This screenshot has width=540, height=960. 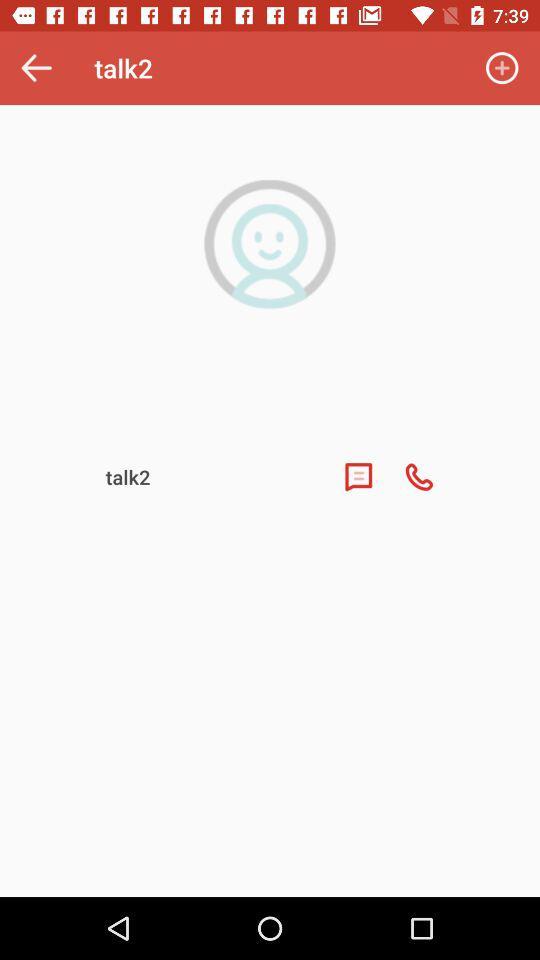 What do you see at coordinates (501, 68) in the screenshot?
I see `the icon at the top right corner` at bounding box center [501, 68].